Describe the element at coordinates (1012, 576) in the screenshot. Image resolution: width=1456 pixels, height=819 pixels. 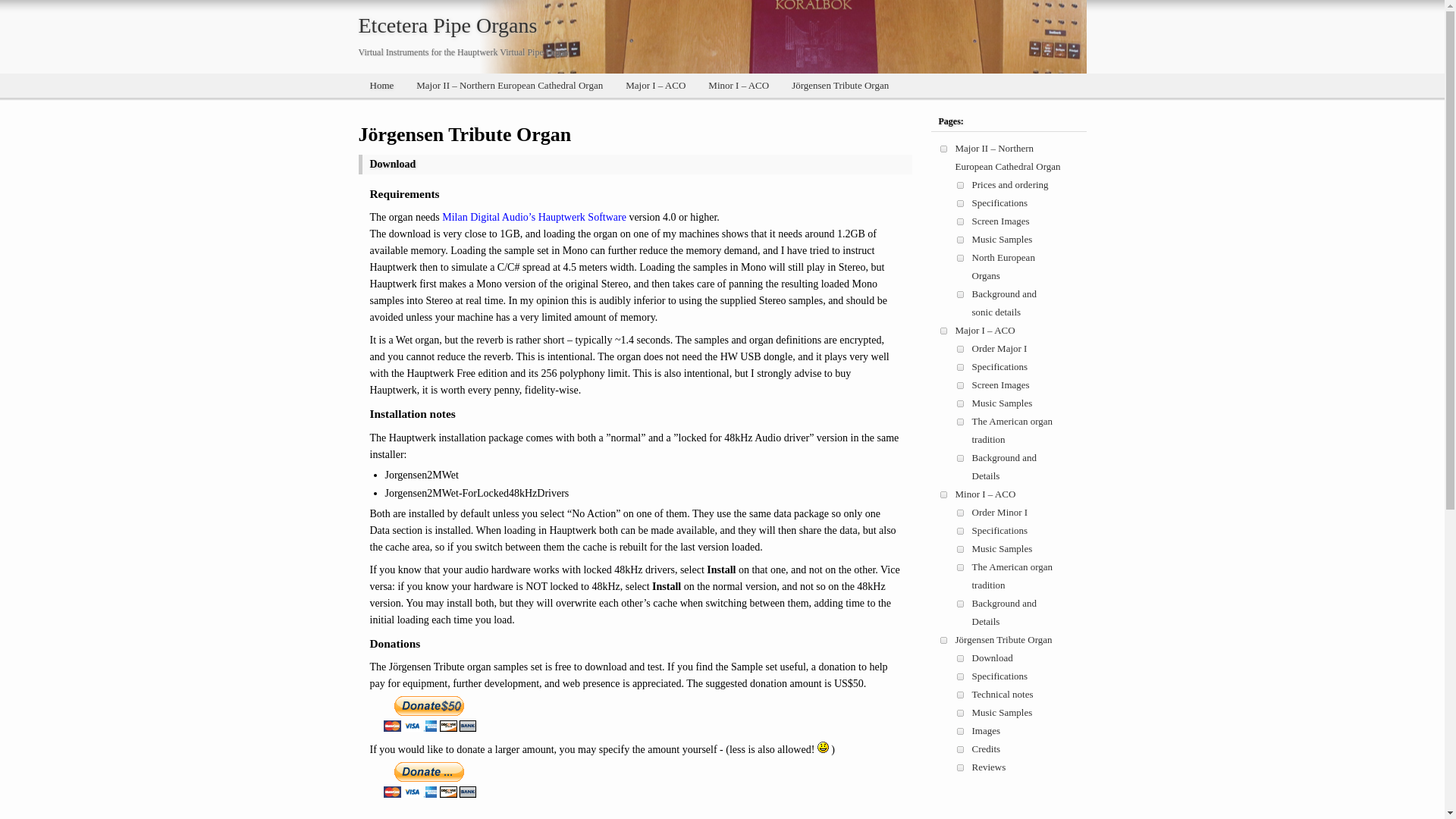
I see `'The American organ tradition'` at that location.